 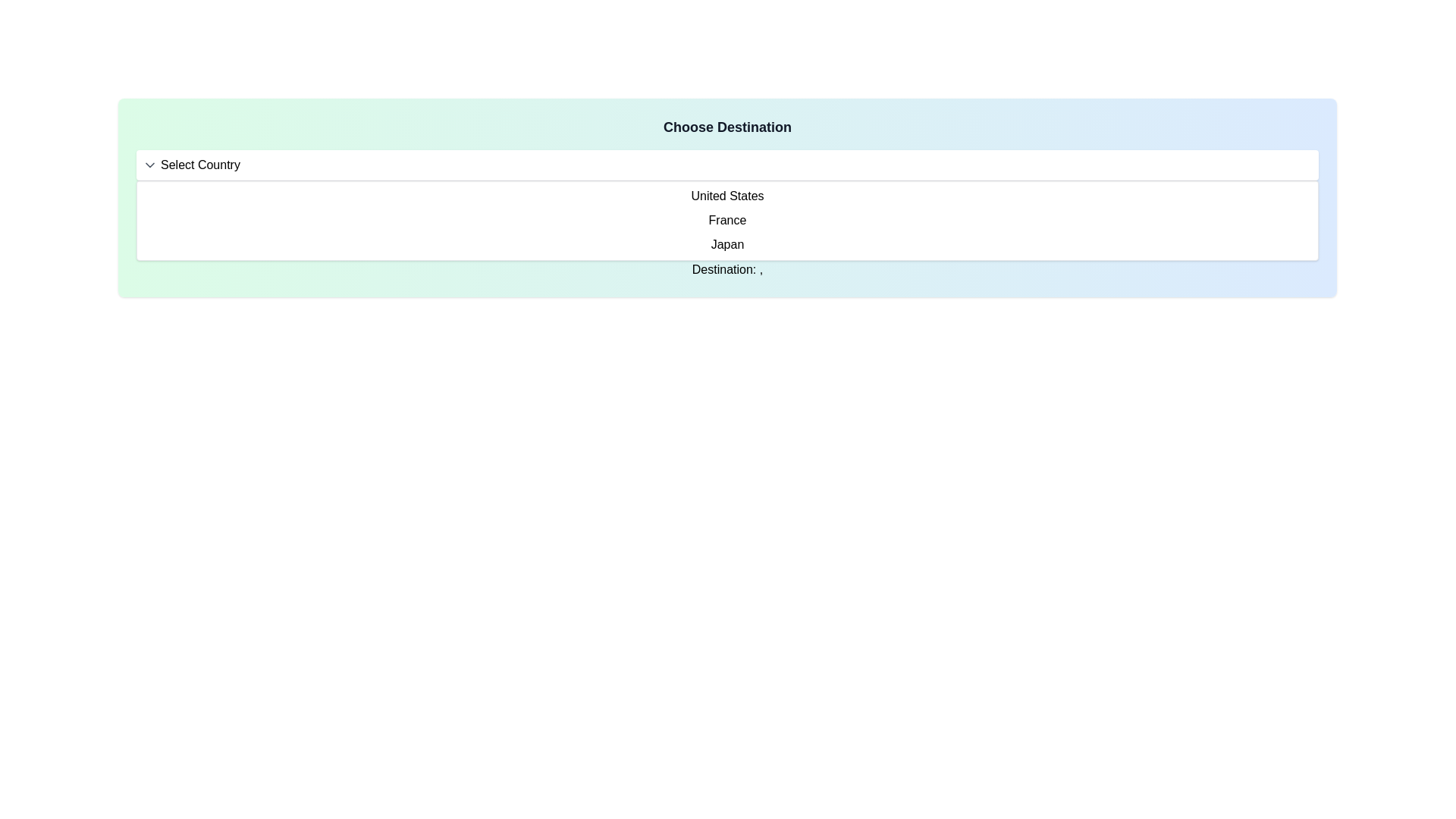 I want to click on the selectable list item displaying 'Japan', so click(x=726, y=244).